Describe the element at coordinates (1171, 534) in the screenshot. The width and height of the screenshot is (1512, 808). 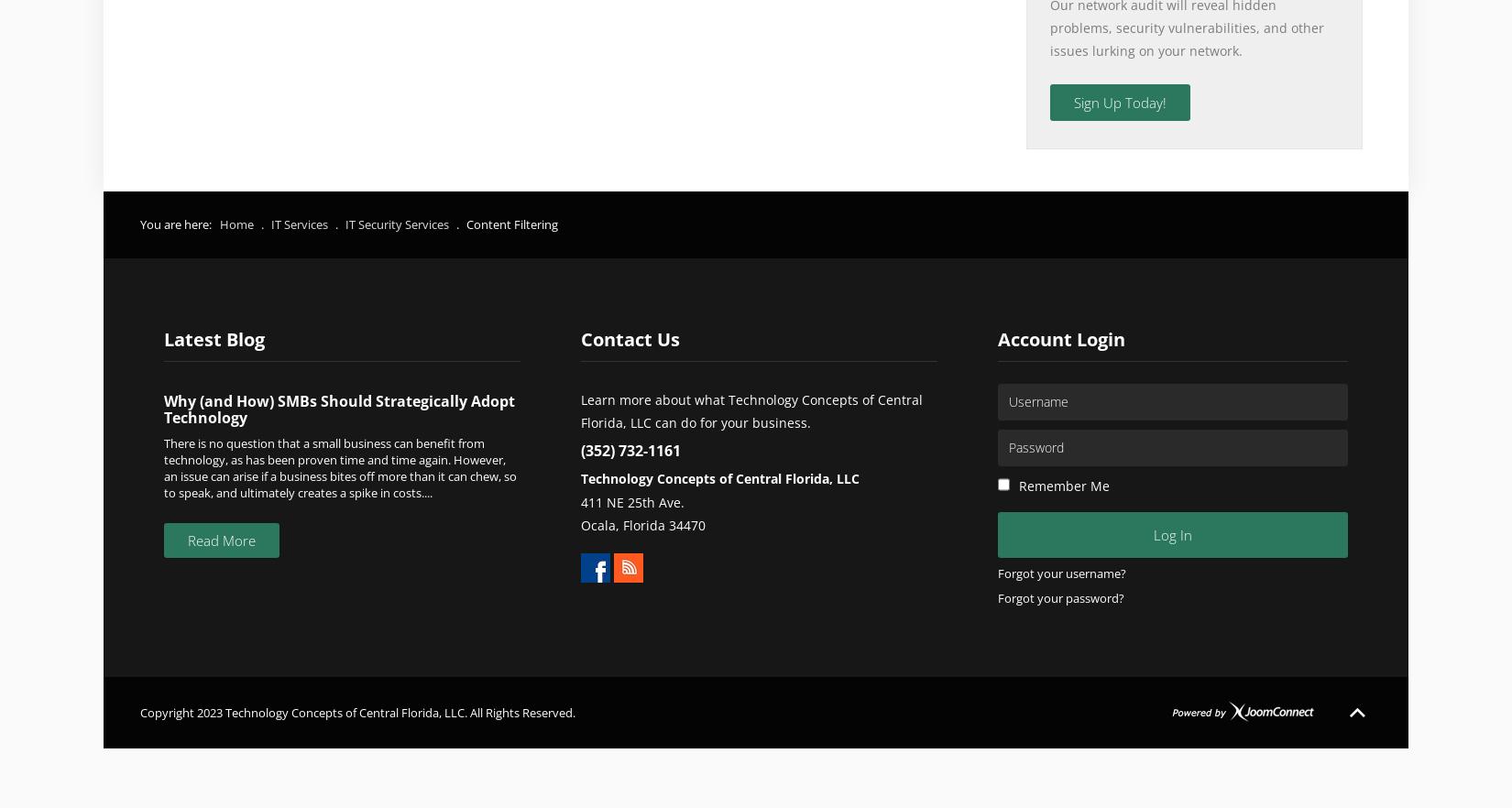
I see `'Log in'` at that location.